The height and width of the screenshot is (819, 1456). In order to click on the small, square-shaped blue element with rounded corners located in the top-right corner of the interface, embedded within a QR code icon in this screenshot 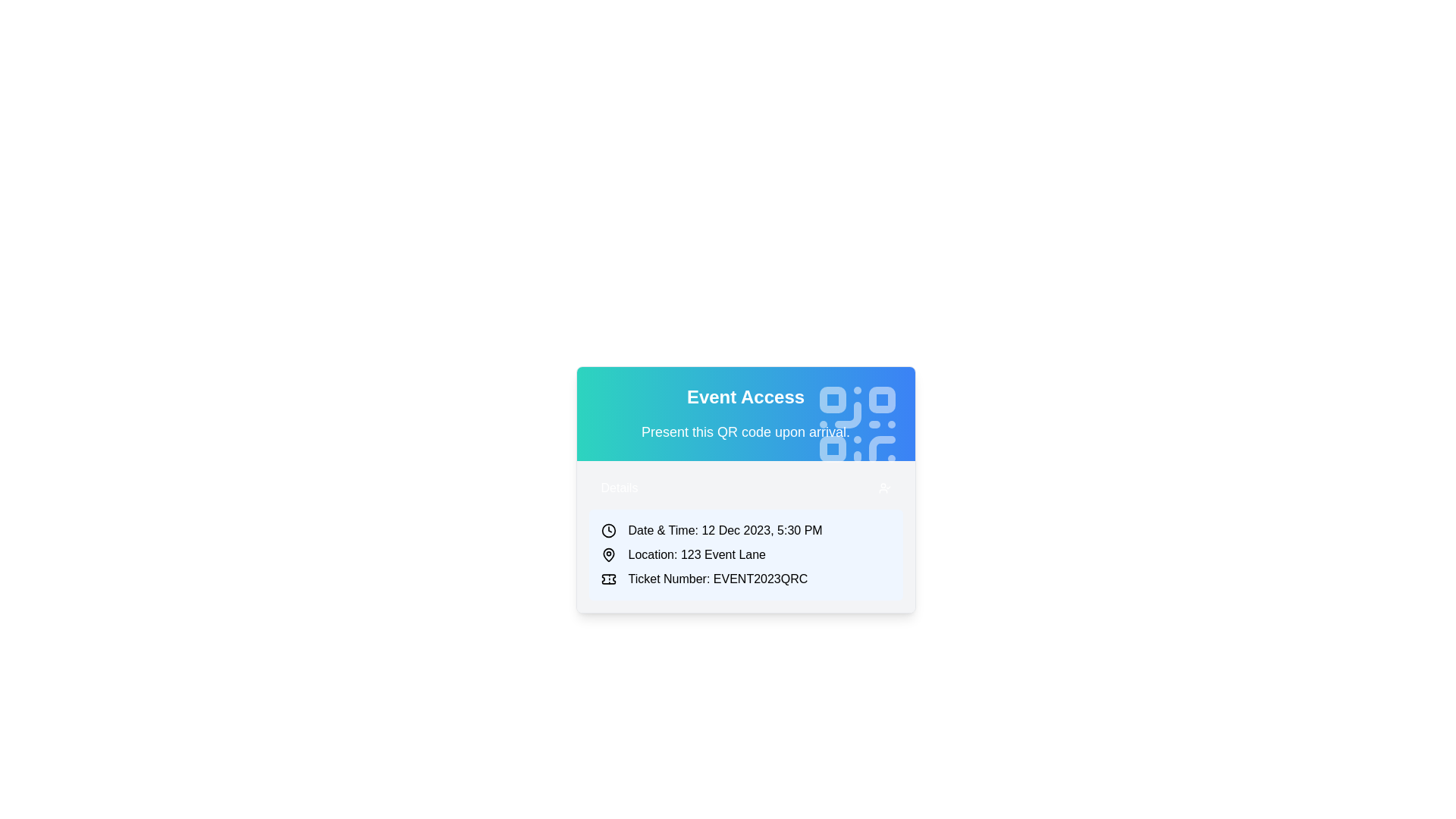, I will do `click(832, 399)`.